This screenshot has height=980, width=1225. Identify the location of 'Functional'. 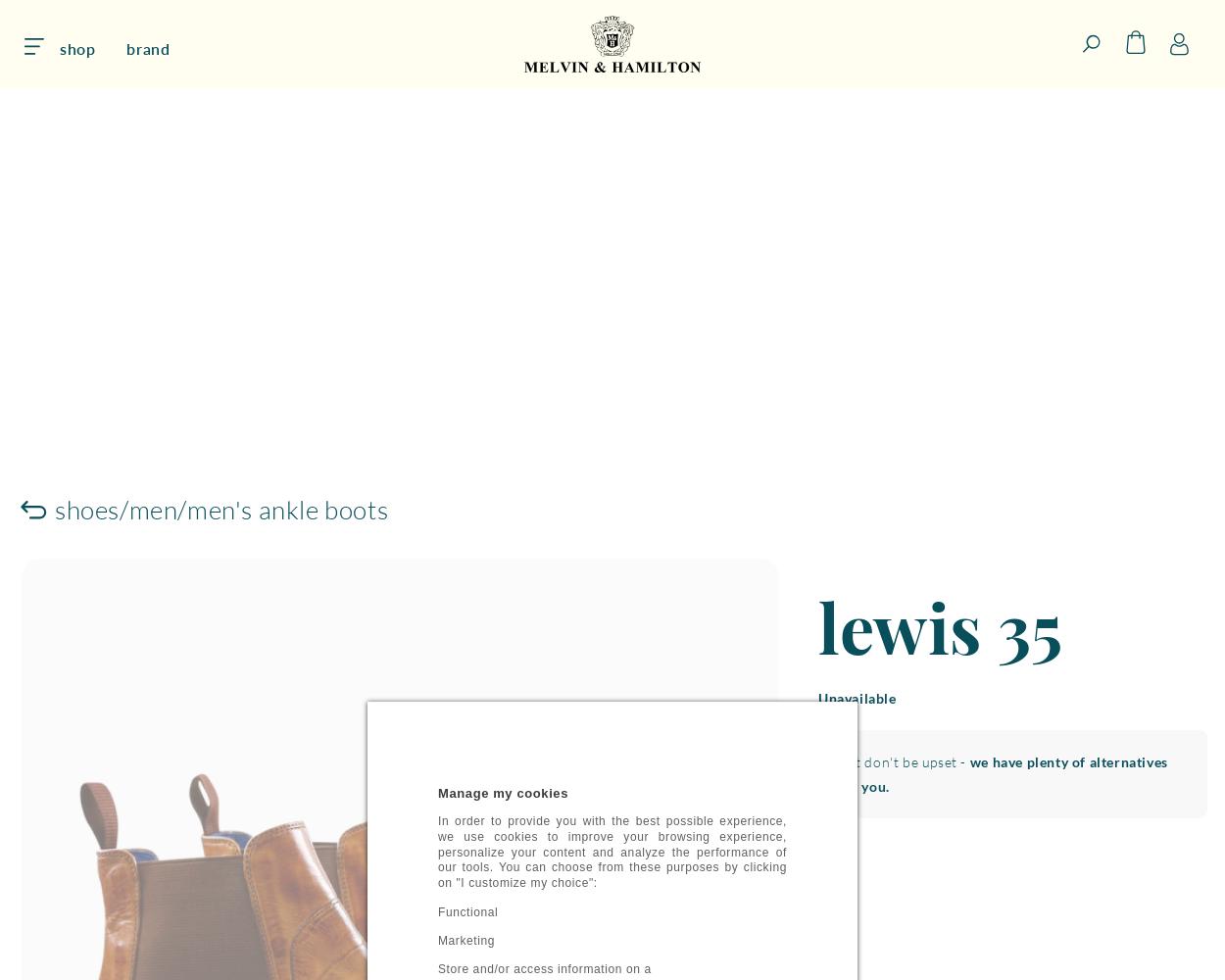
(466, 912).